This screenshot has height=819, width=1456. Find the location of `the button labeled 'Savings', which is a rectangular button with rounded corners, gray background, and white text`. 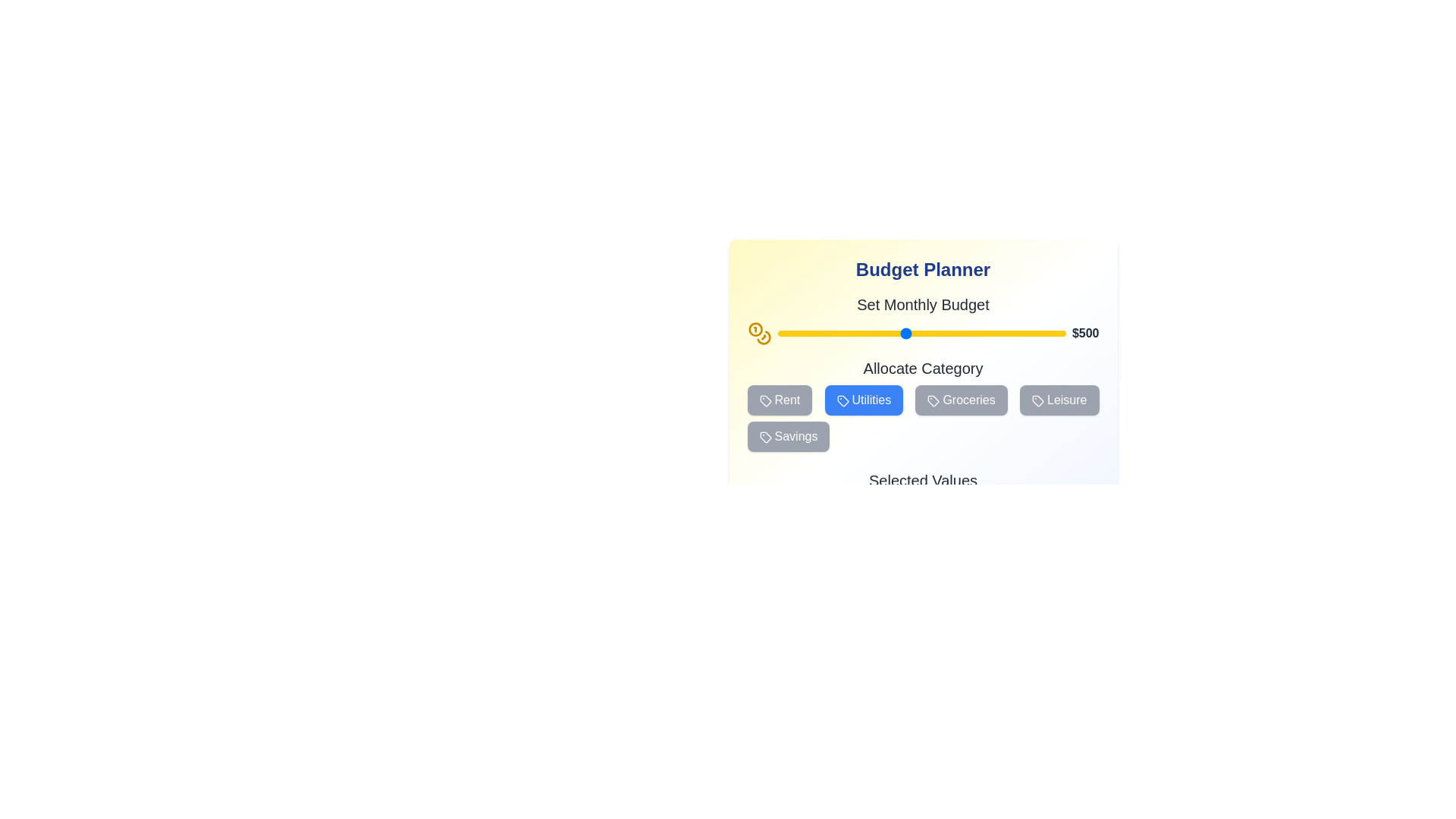

the button labeled 'Savings', which is a rectangular button with rounded corners, gray background, and white text is located at coordinates (788, 436).